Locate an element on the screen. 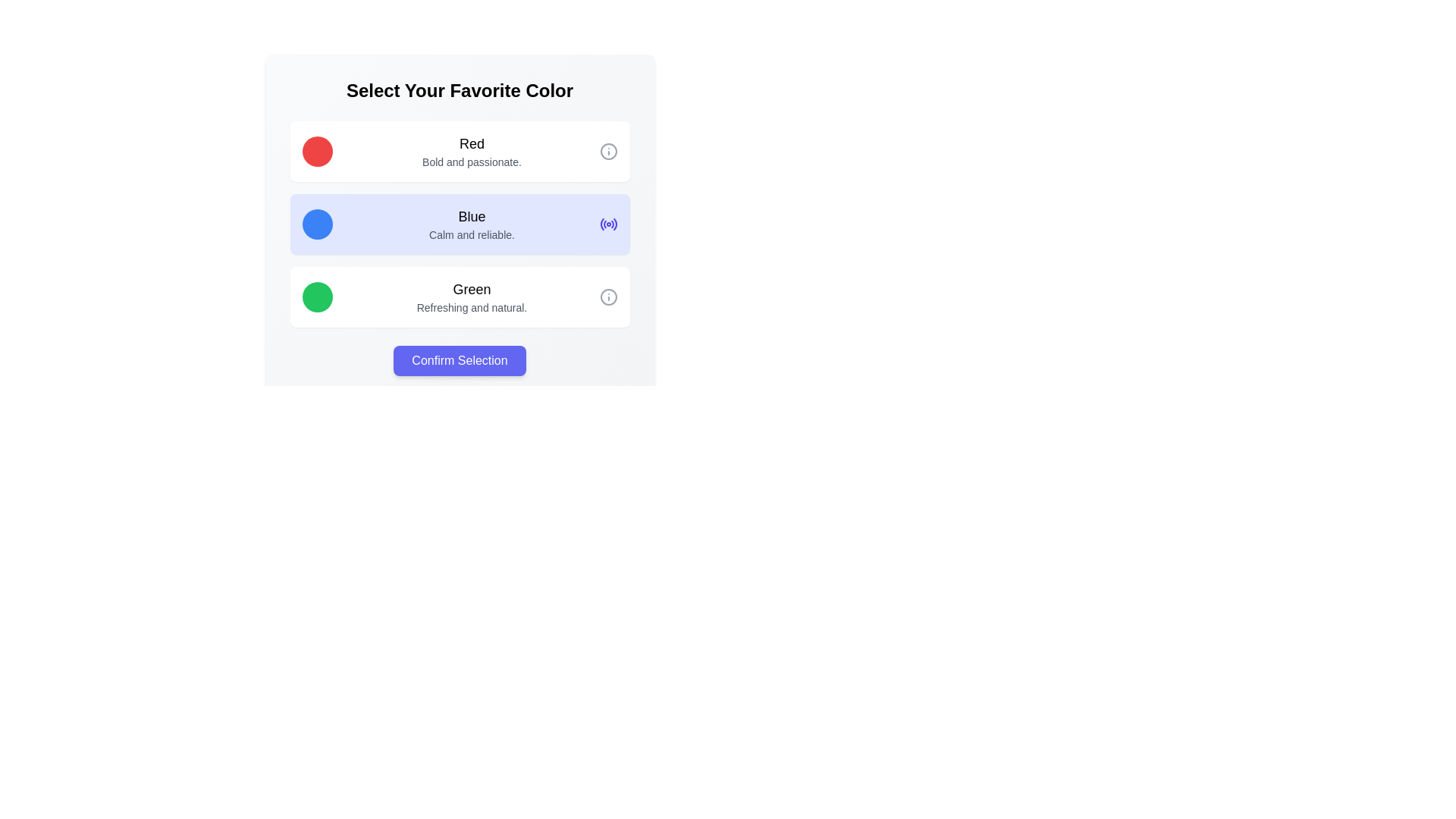  the textual display that provides information about the 'Green' selection option, located between the 'Blue' option and the 'Confirm Selection' button is located at coordinates (471, 297).